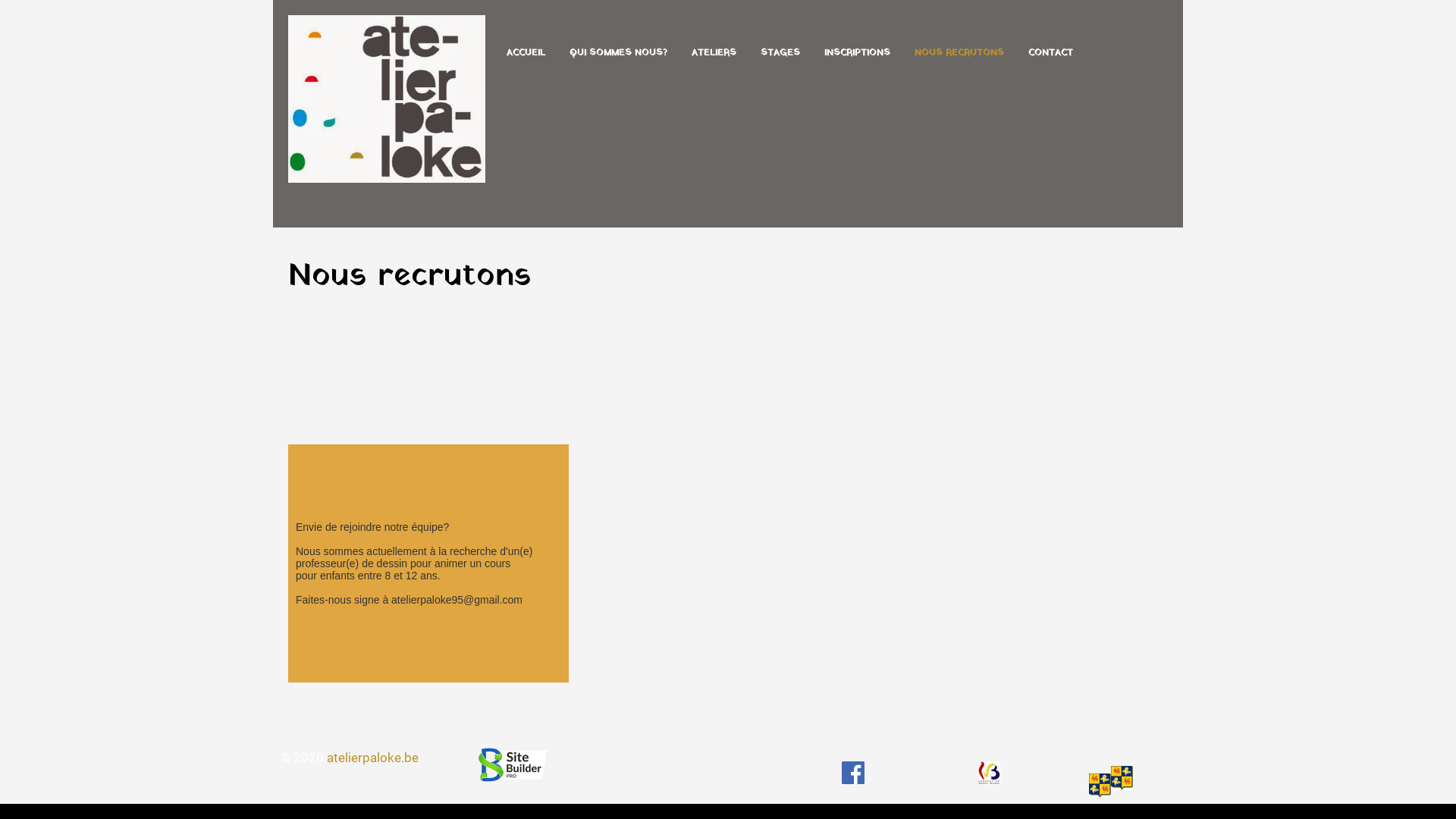 The height and width of the screenshot is (819, 1456). I want to click on 'CONTACT', so click(1050, 54).